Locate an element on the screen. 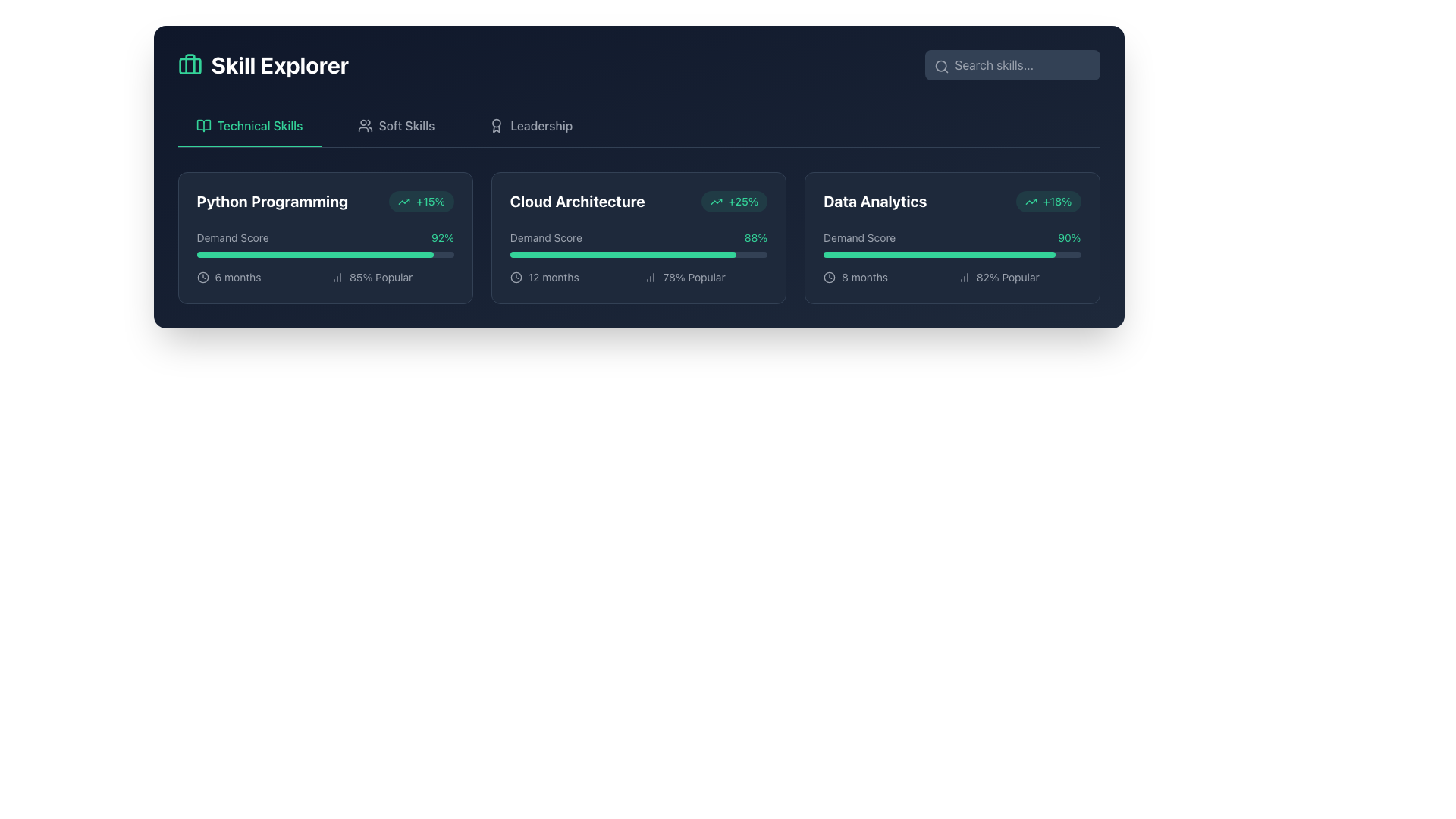  the Informational group displaying '12 months' and '78% Popular' within the 'Cloud Architecture' card under 'Technical Skills' is located at coordinates (639, 278).